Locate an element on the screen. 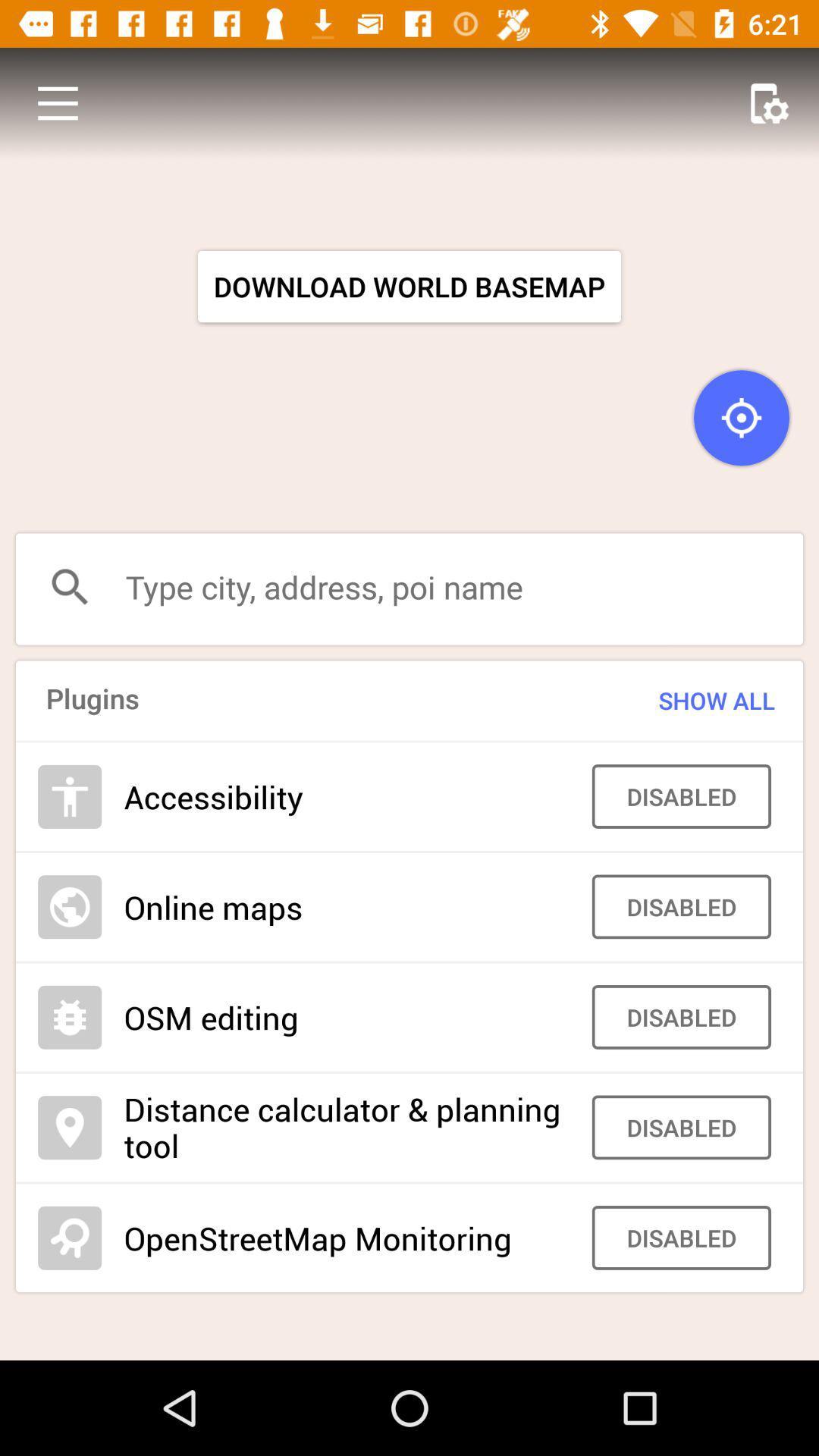 Image resolution: width=819 pixels, height=1456 pixels. show all icon is located at coordinates (687, 700).